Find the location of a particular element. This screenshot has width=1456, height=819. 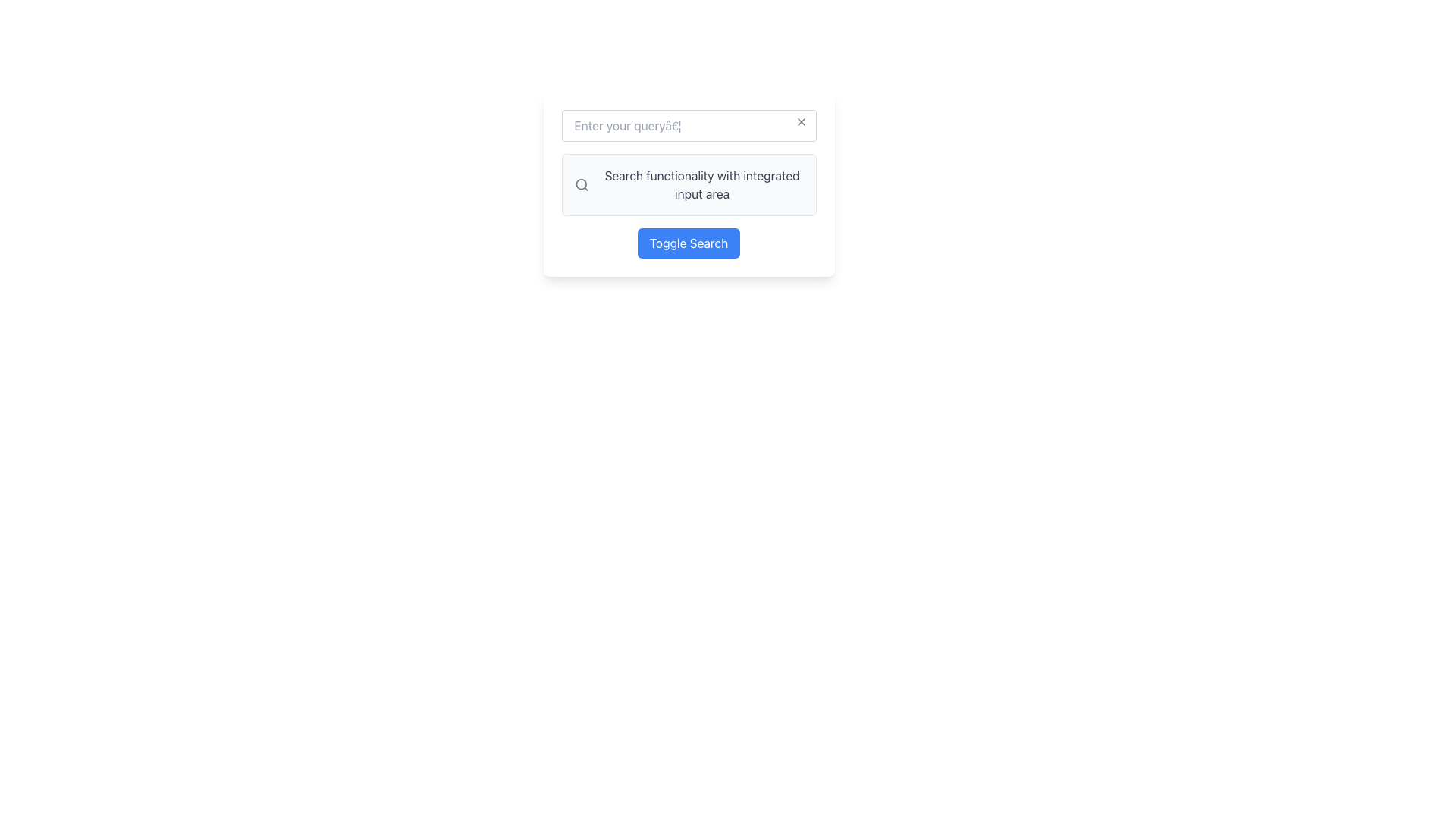

the toggle button located horizontally centered under the search description area is located at coordinates (687, 242).